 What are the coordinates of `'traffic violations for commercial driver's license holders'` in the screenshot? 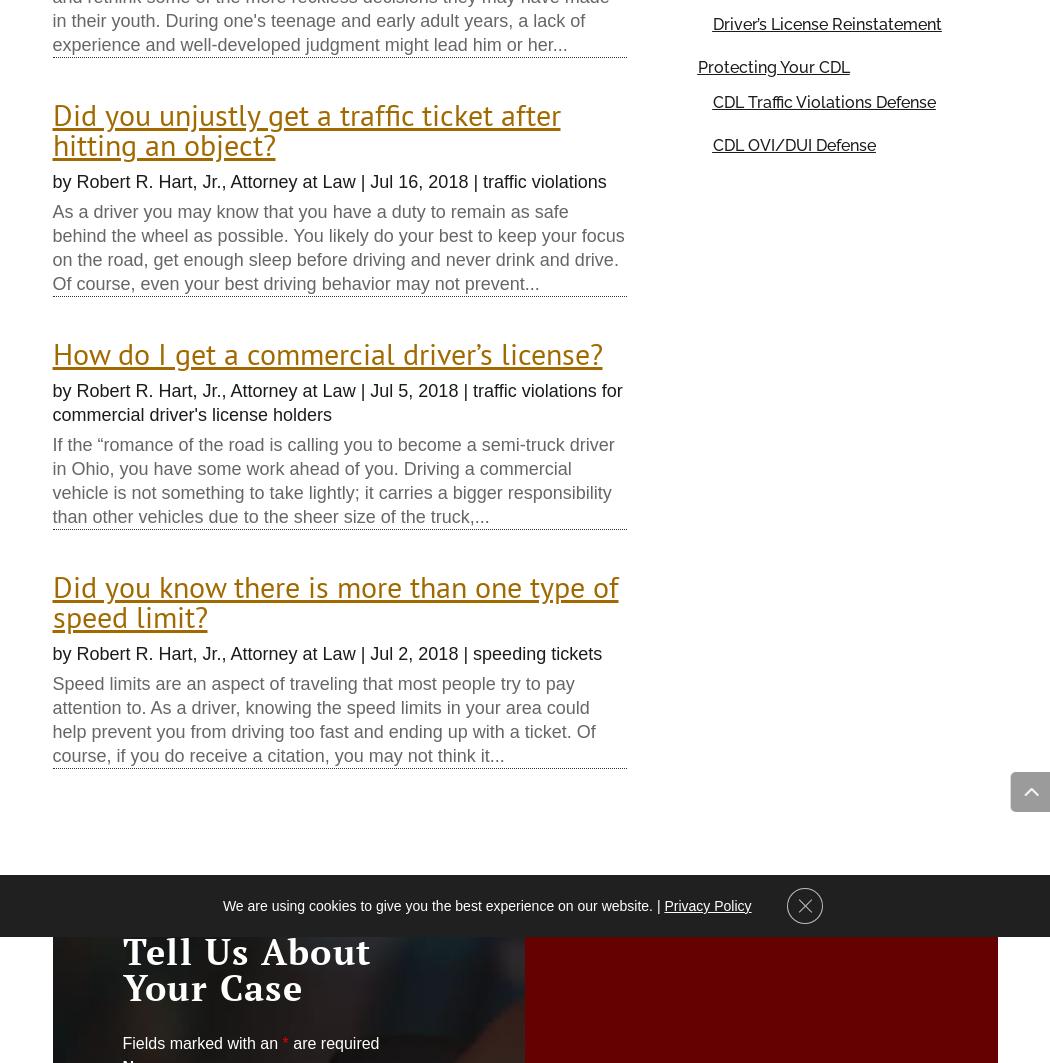 It's located at (337, 402).